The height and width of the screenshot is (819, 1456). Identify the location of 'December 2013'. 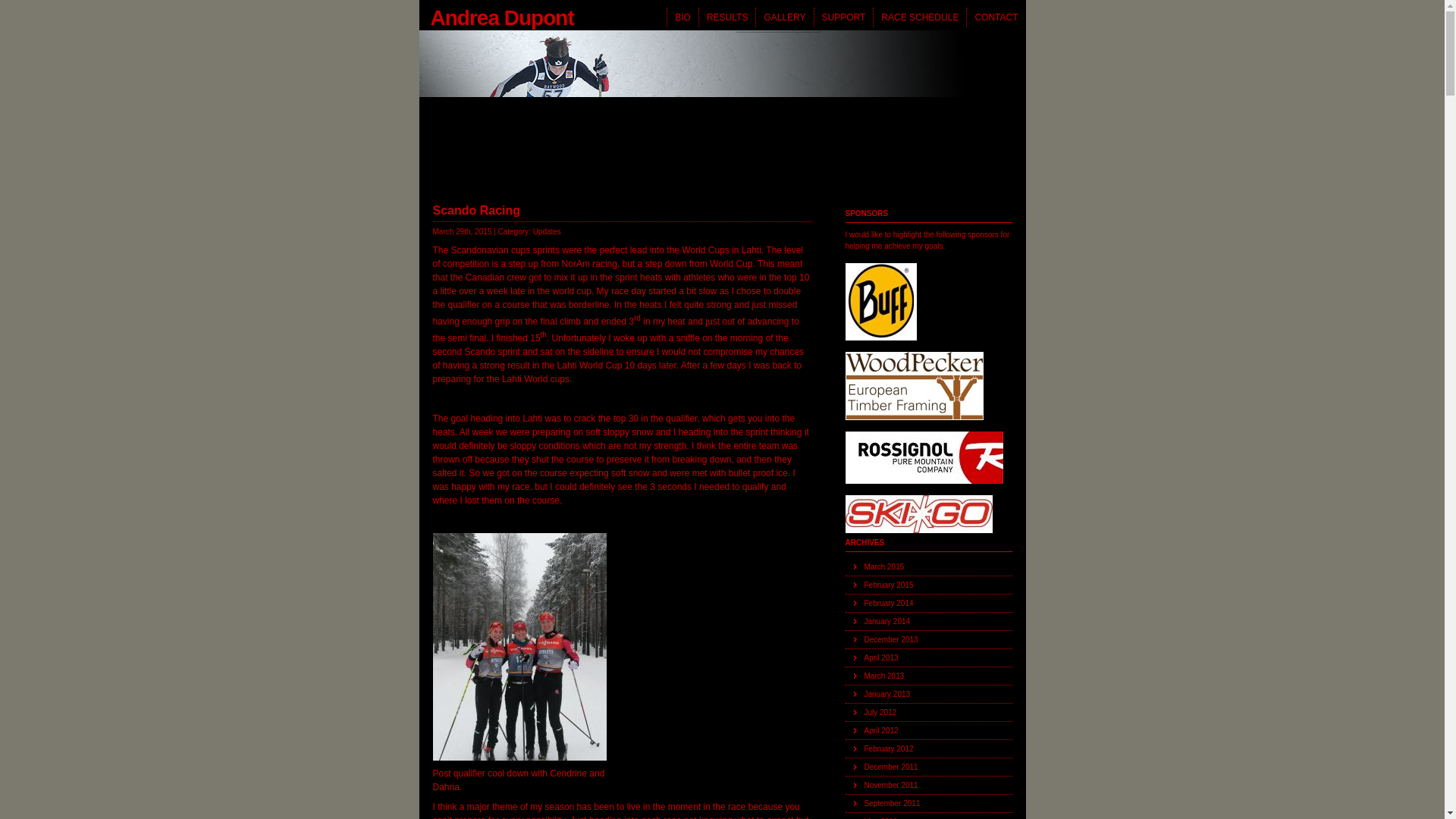
(843, 640).